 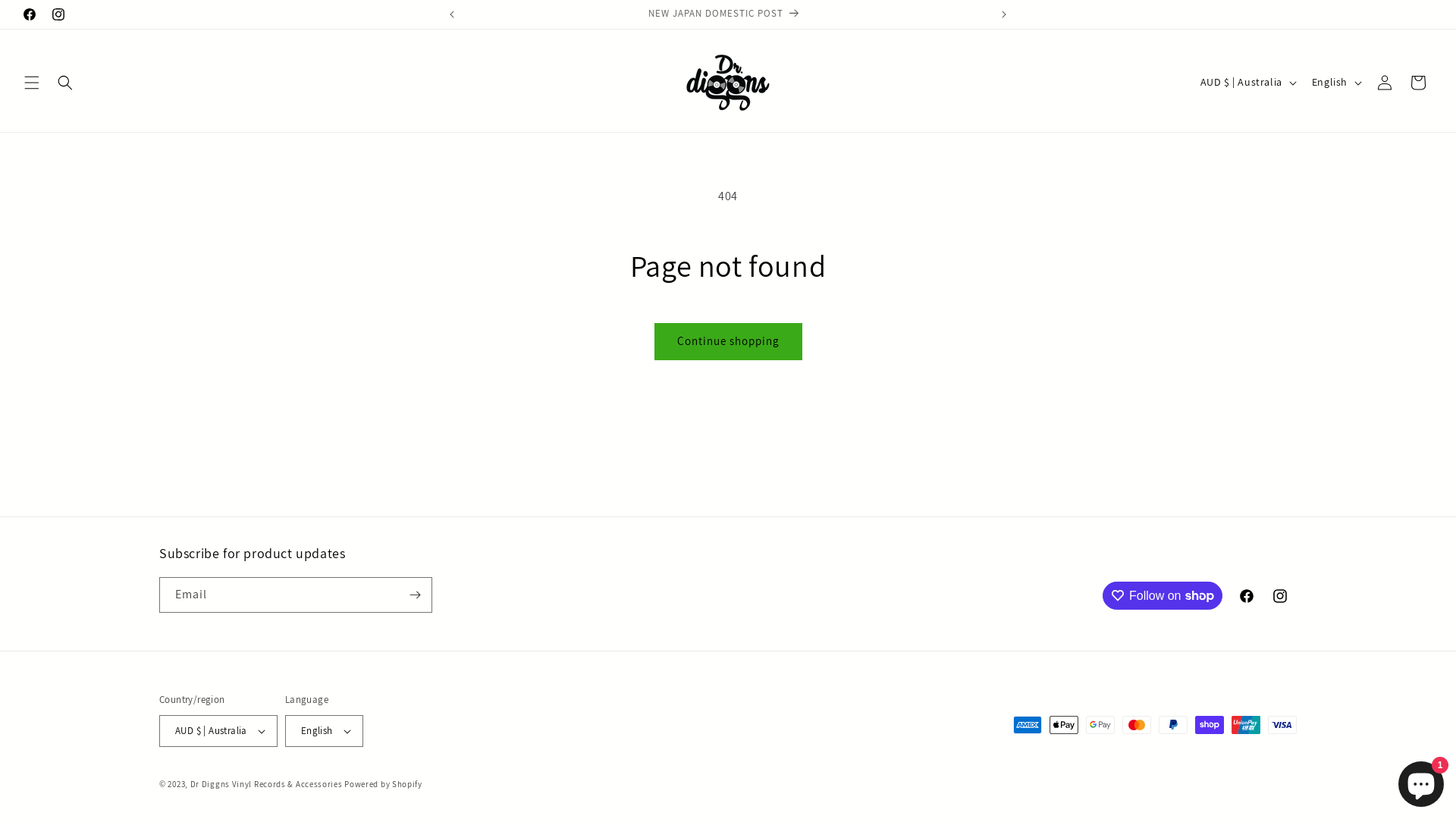 I want to click on 'Continue shopping', so click(x=726, y=341).